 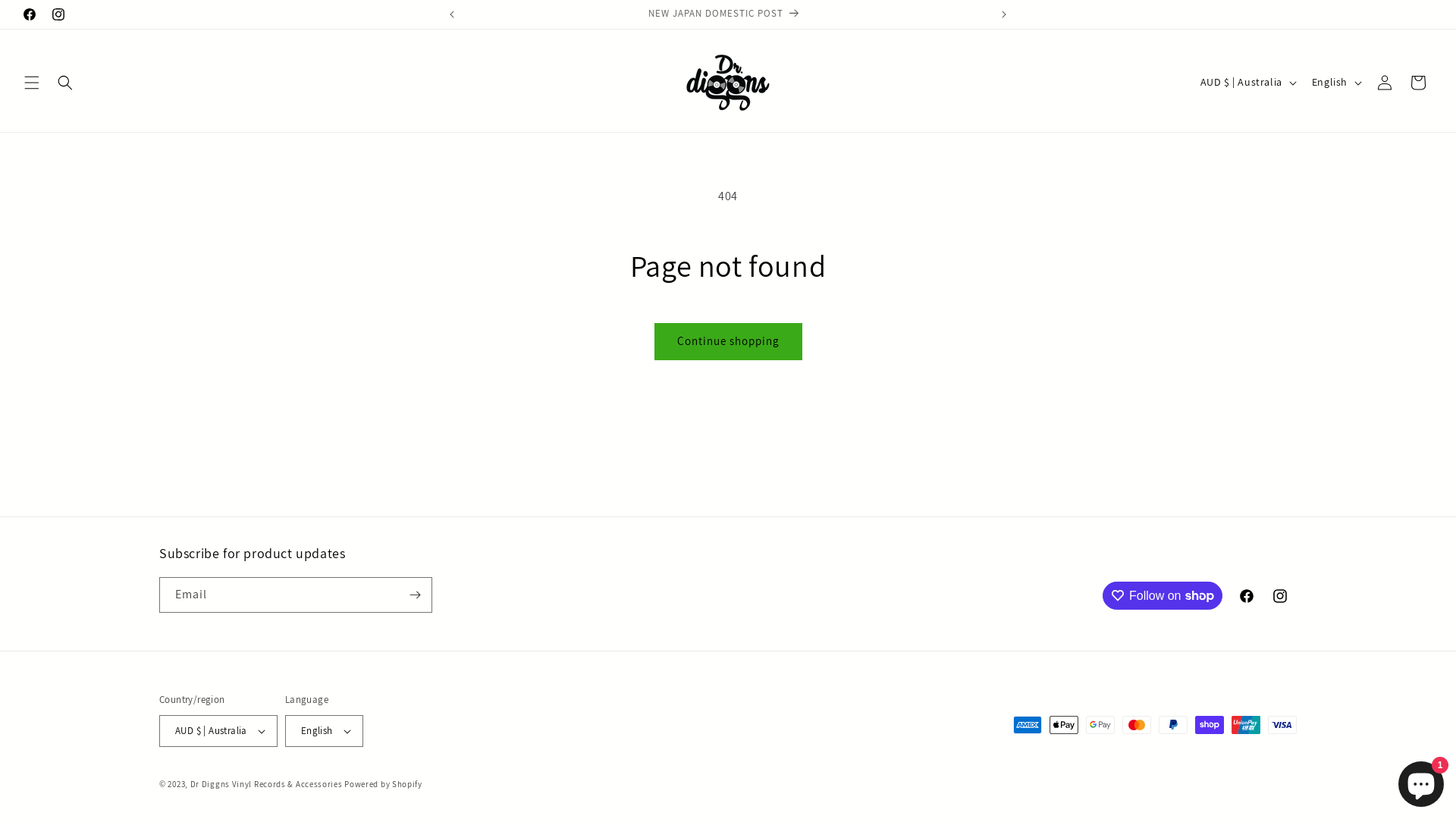 I want to click on 'Continue shopping', so click(x=726, y=341).